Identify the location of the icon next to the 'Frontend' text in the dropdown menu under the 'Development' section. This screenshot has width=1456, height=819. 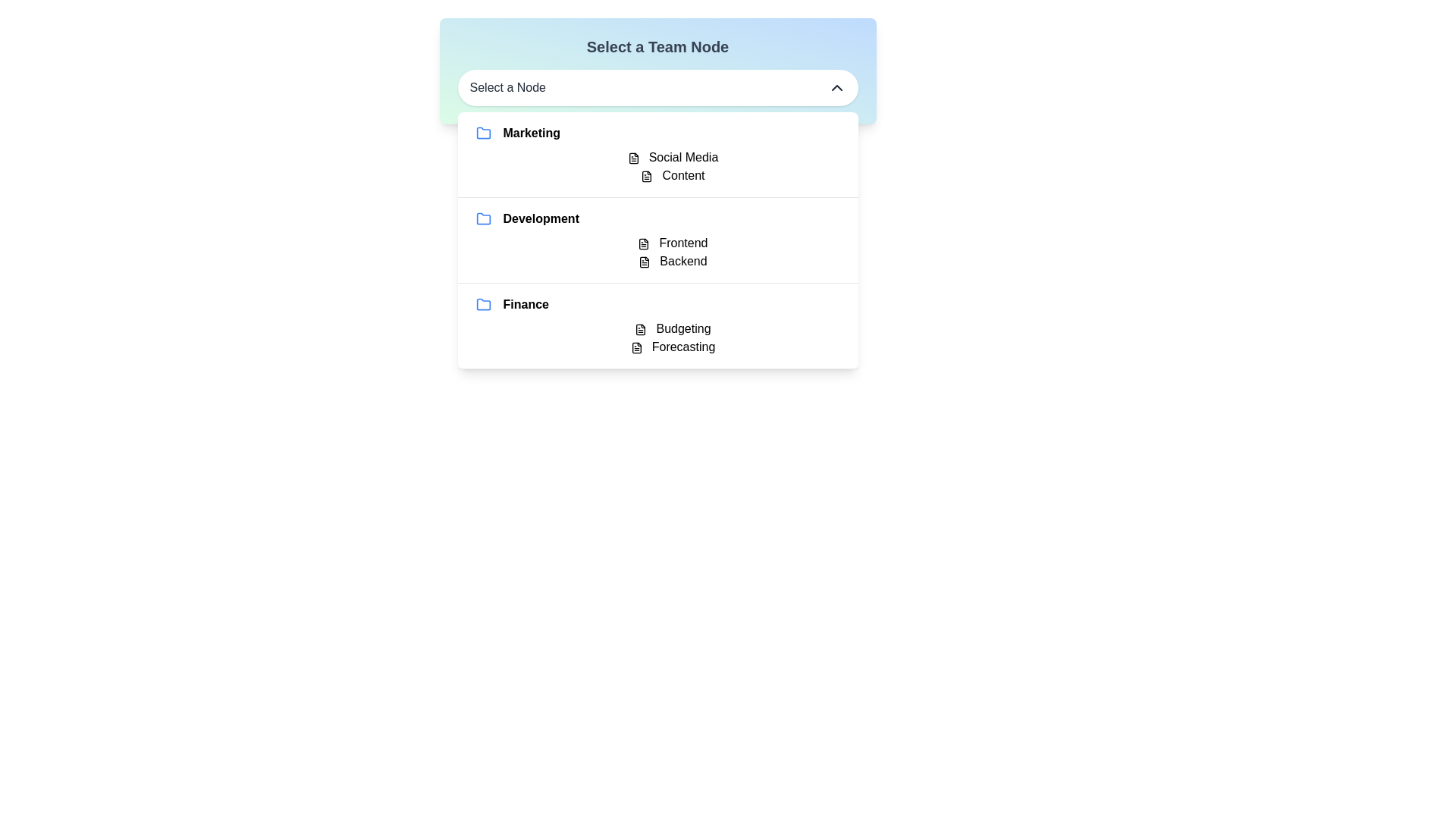
(644, 243).